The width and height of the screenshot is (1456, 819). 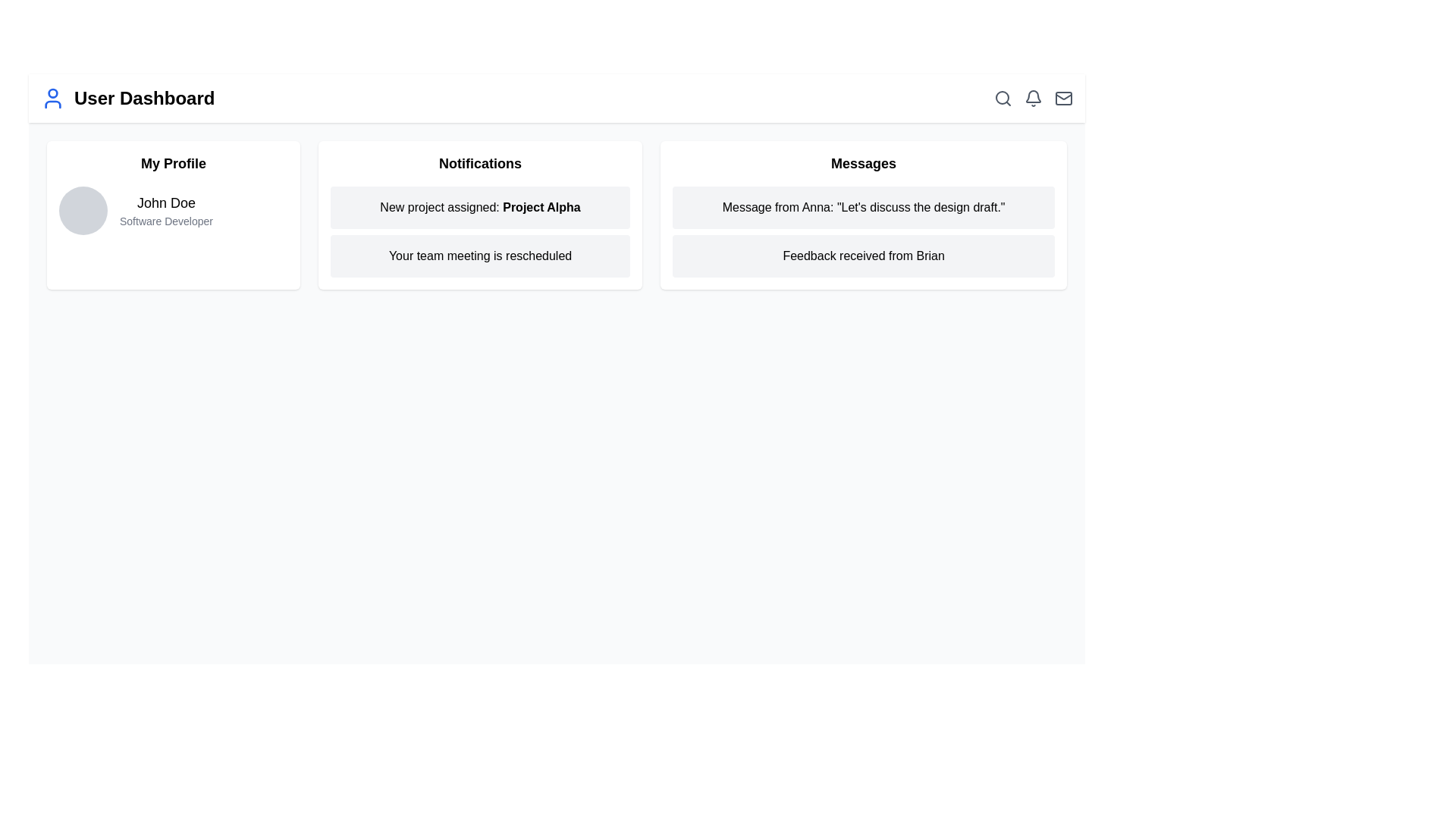 I want to click on the Notification box that informs the user about a rescheduled meeting, which is positioned below the 'New project assigned: Project Alpha' notification in the middle 'Notifications' section of the dashboard, so click(x=479, y=256).